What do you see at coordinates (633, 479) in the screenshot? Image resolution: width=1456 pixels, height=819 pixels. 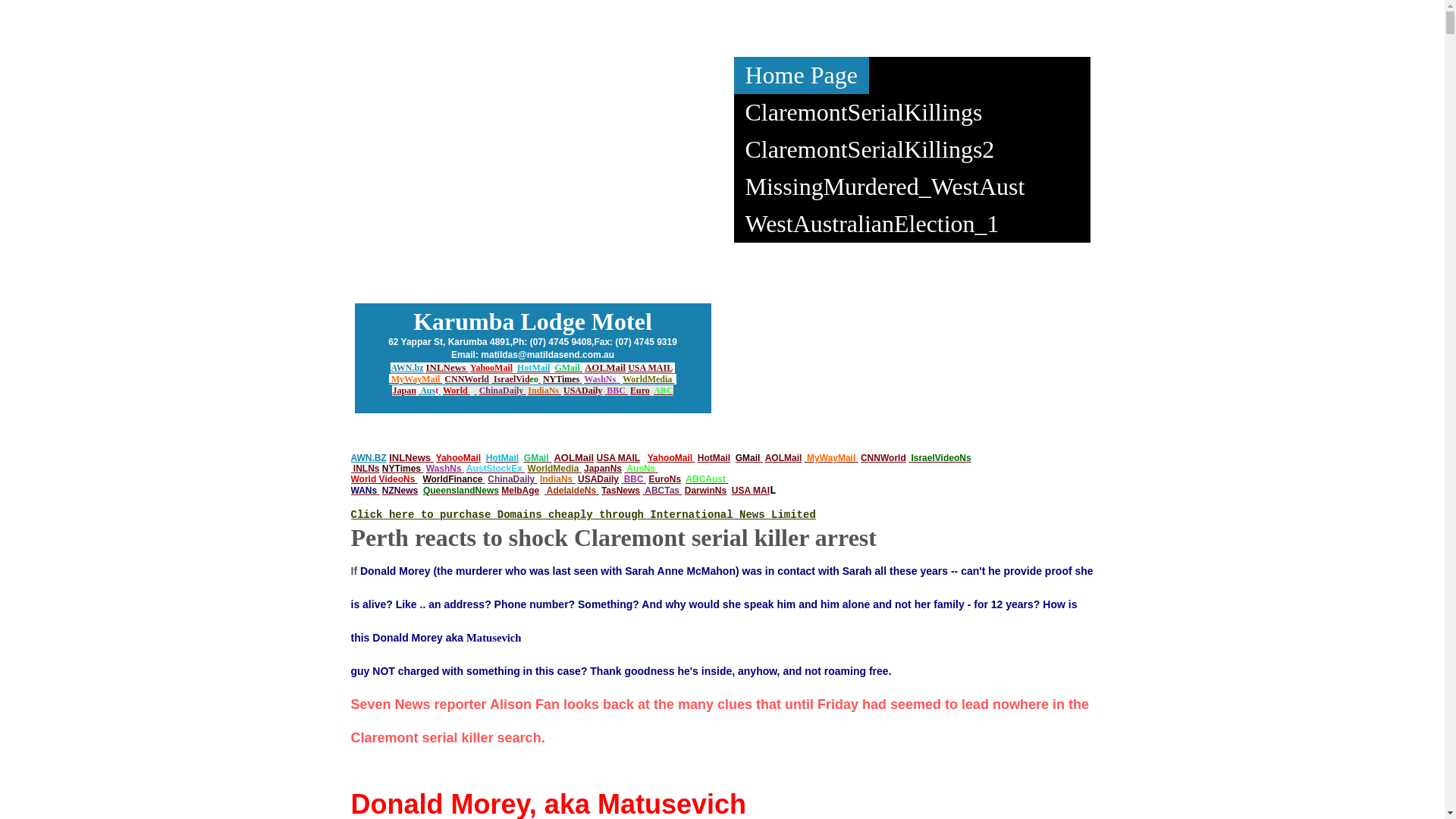 I see `'BBC'` at bounding box center [633, 479].